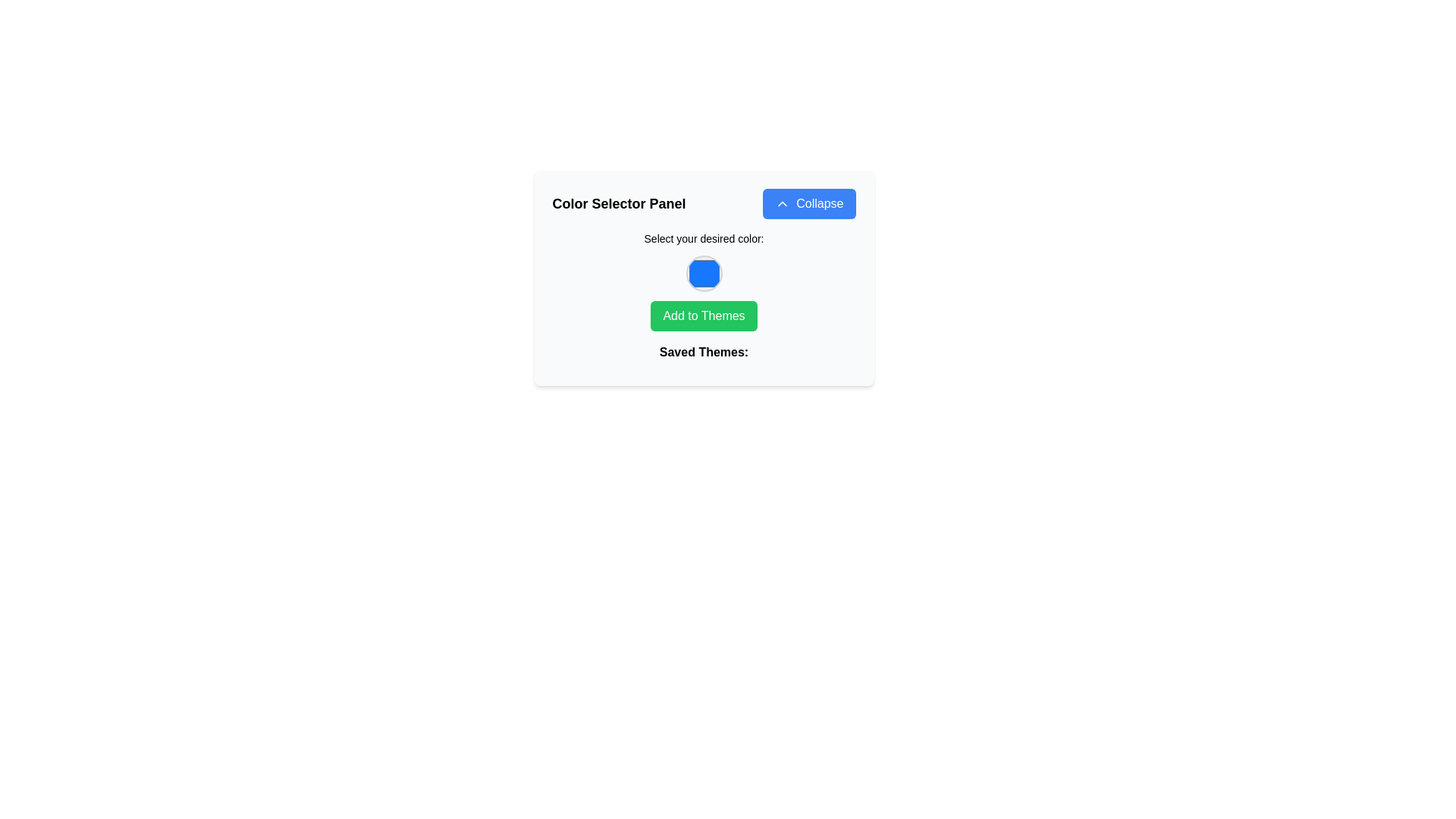 The image size is (1456, 819). What do you see at coordinates (703, 274) in the screenshot?
I see `the circular color selection button with a blue interior and gray border` at bounding box center [703, 274].